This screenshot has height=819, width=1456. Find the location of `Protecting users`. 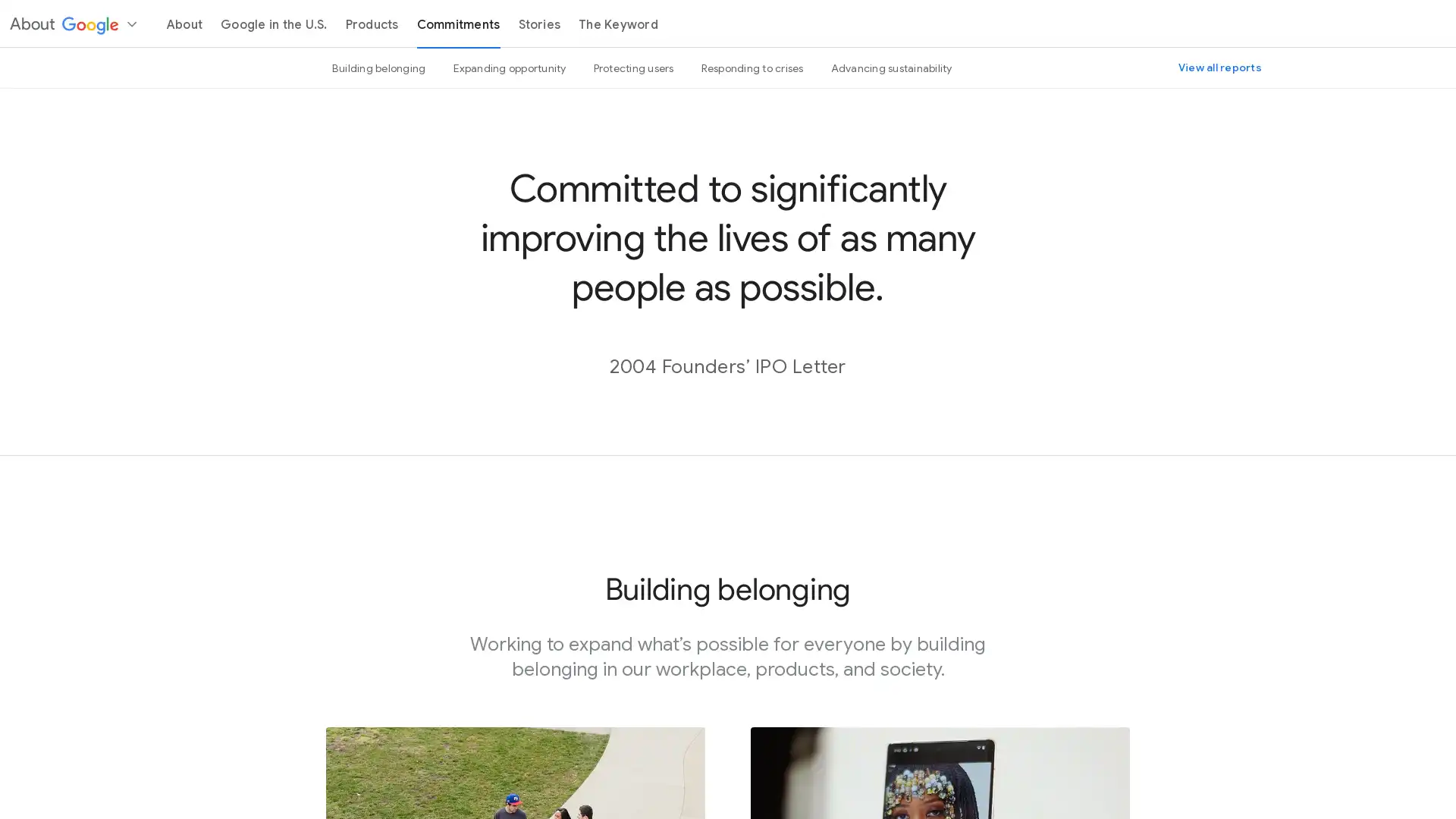

Protecting users is located at coordinates (633, 67).